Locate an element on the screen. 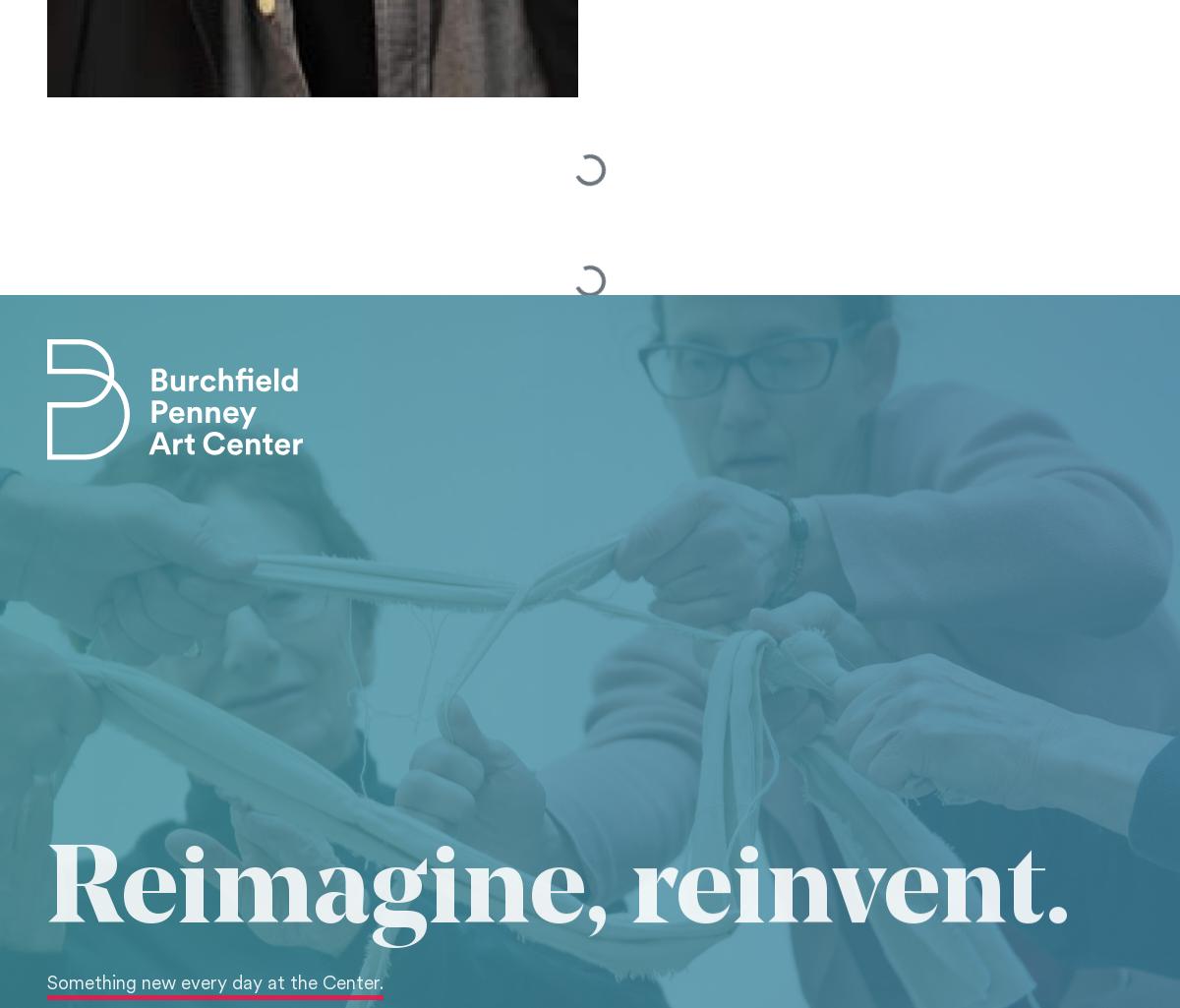 The image size is (1180, 1008). 'Site Map' is located at coordinates (1099, 559).